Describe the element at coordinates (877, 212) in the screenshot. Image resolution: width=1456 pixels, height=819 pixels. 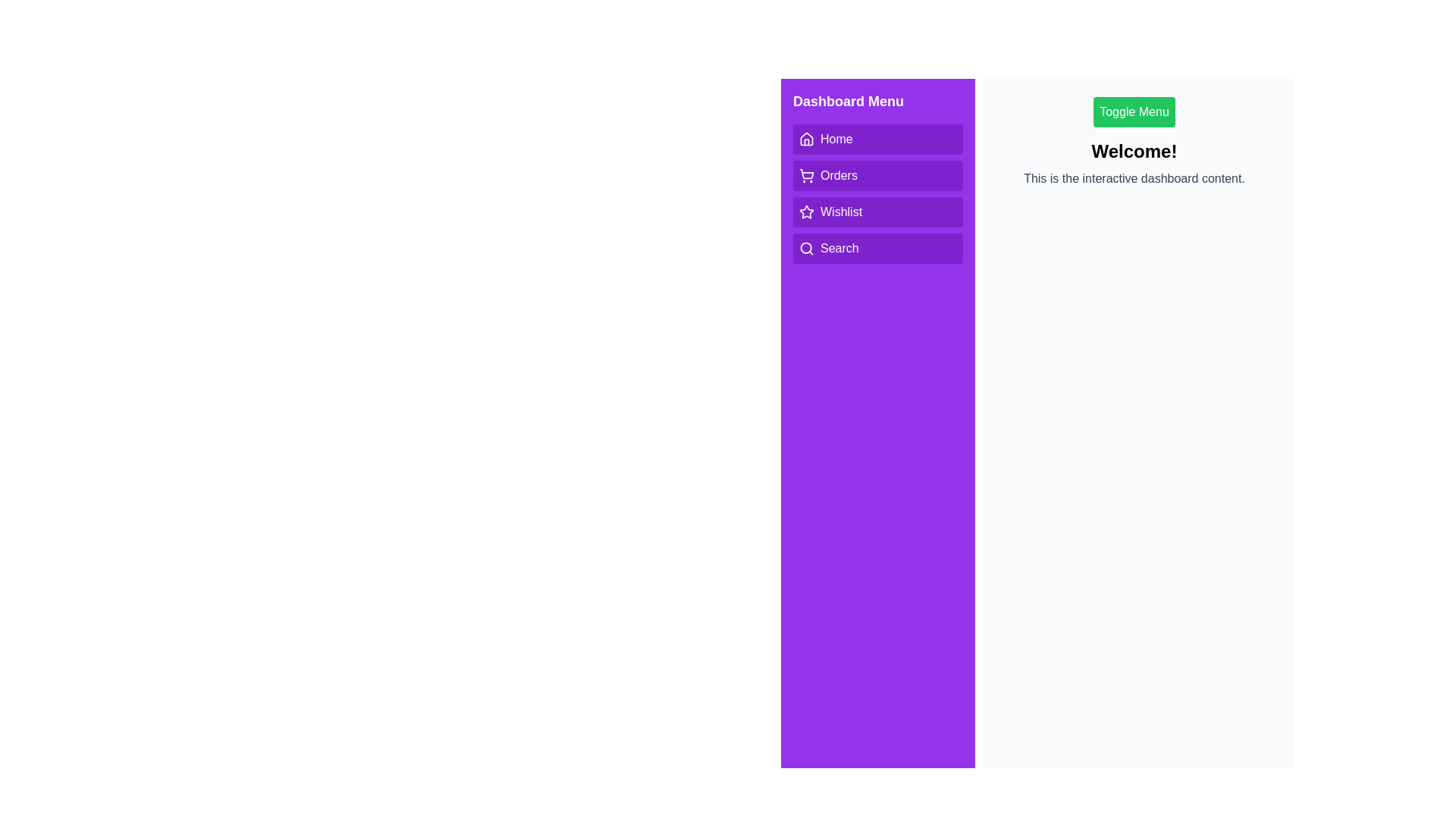
I see `the menu option Wishlist to observe the hover effect` at that location.